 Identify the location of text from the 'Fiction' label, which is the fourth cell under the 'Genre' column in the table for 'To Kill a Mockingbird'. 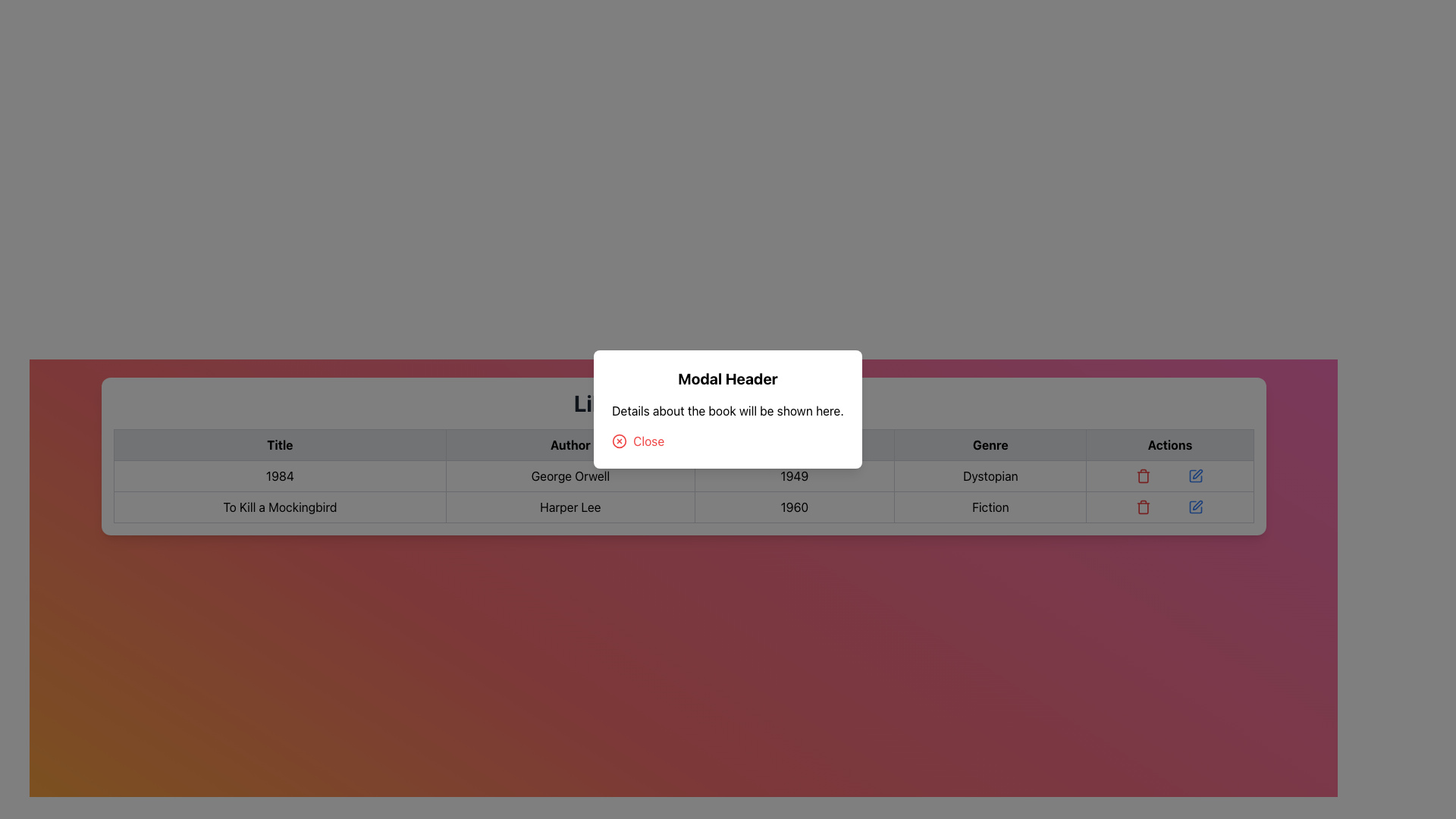
(990, 507).